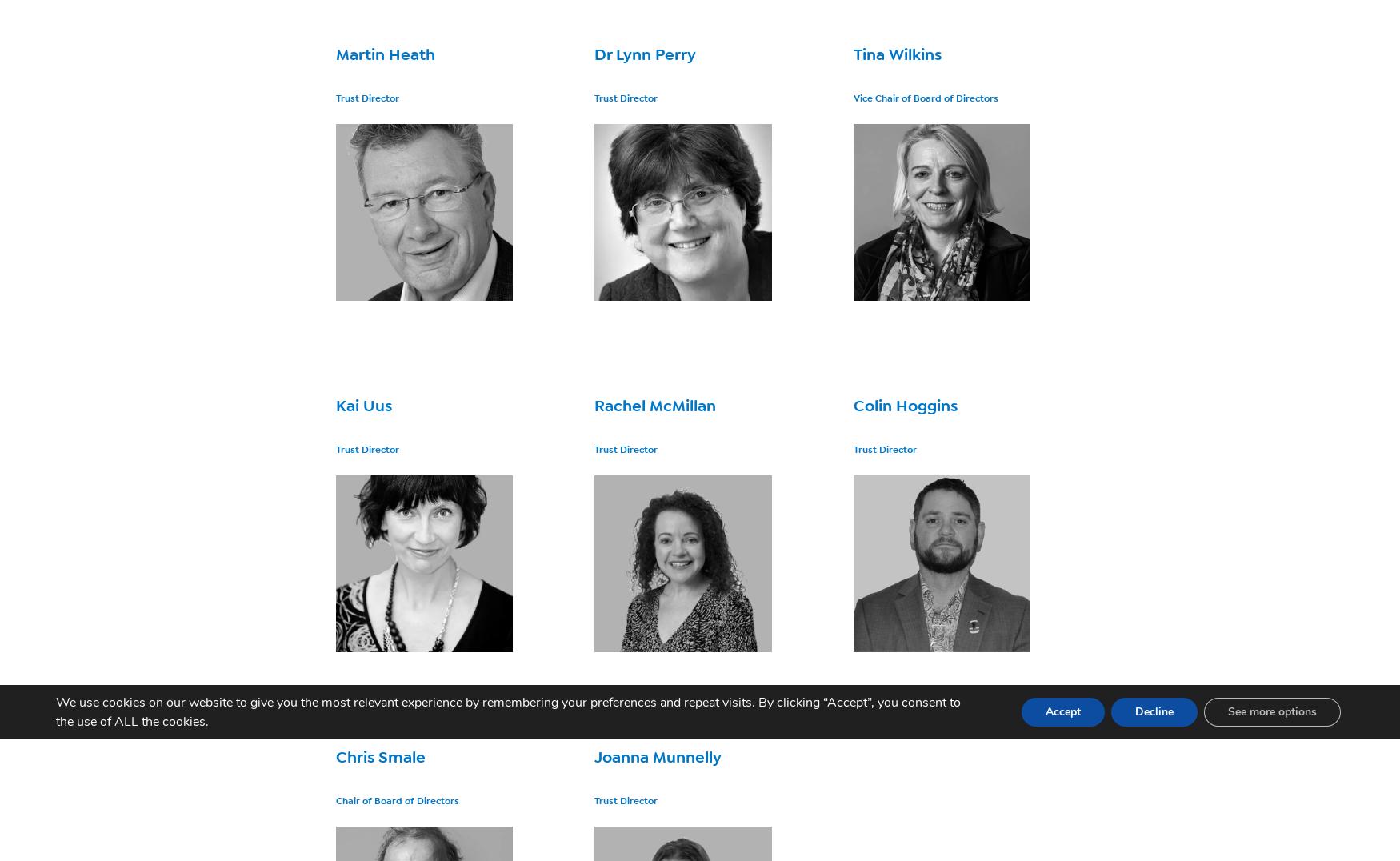 This screenshot has width=1400, height=861. Describe the element at coordinates (1154, 711) in the screenshot. I see `'Decline'` at that location.